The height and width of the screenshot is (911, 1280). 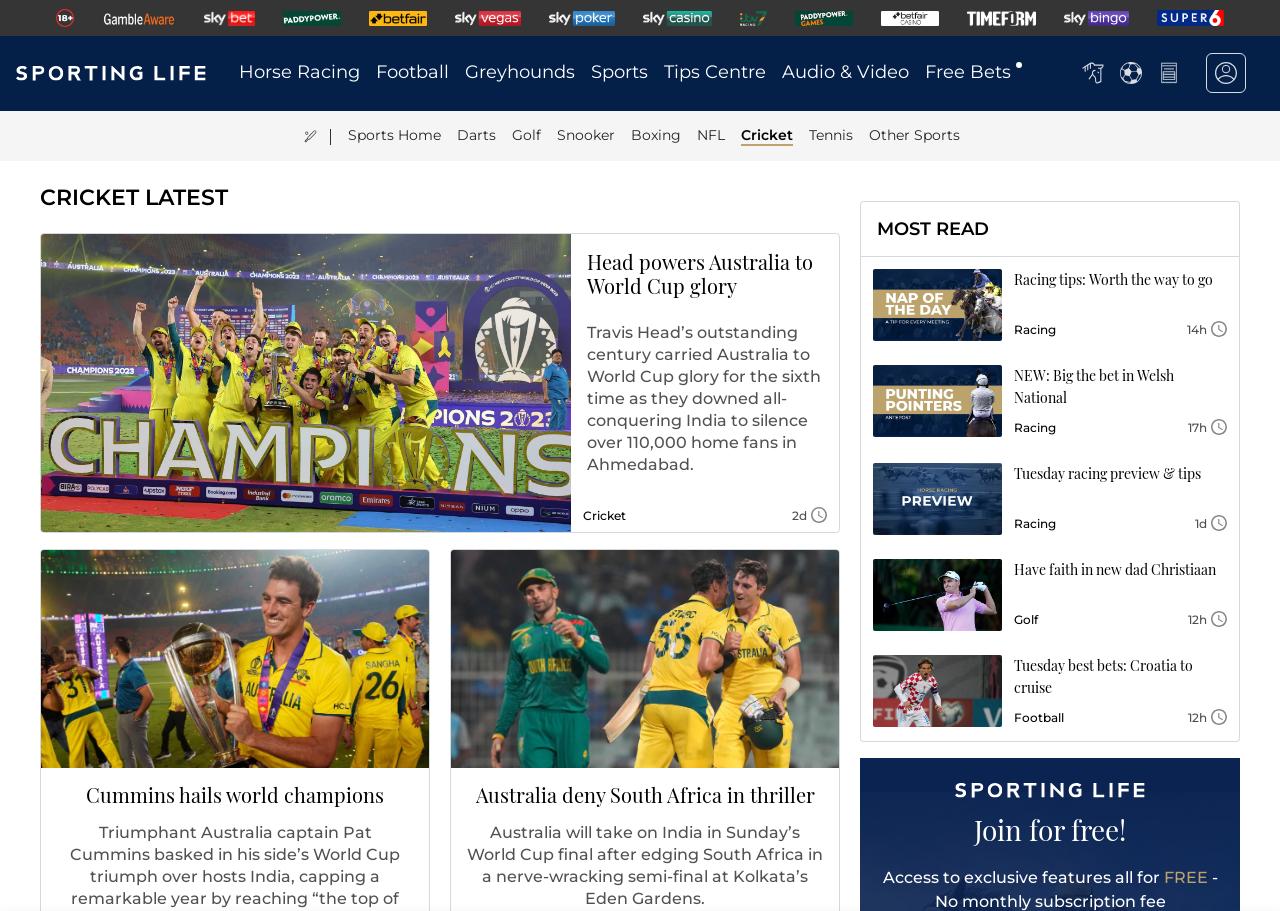 I want to click on 'Access to exclusive features all for', so click(x=1022, y=876).